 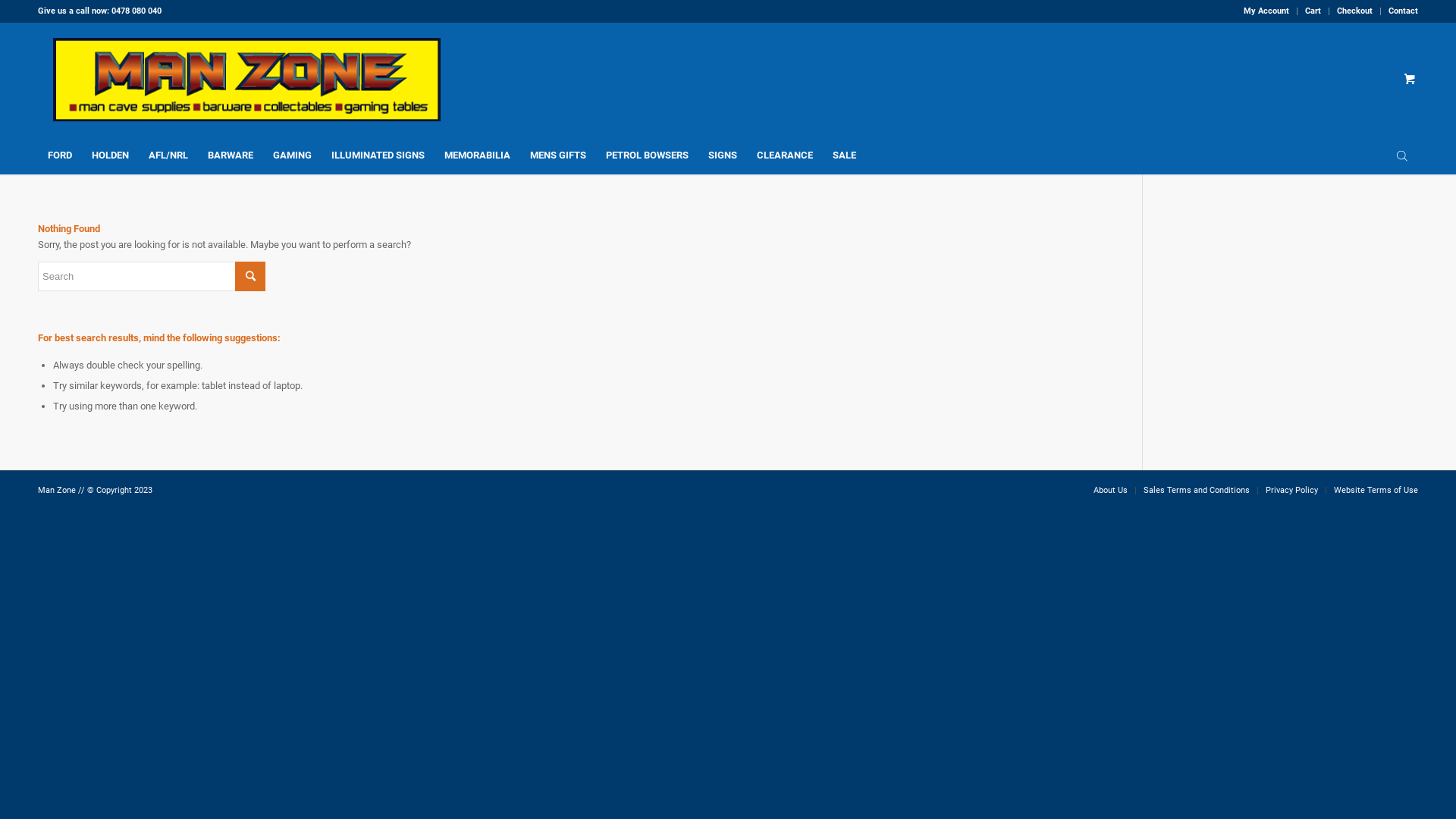 What do you see at coordinates (378, 155) in the screenshot?
I see `'ILLUMINATED SIGNS'` at bounding box center [378, 155].